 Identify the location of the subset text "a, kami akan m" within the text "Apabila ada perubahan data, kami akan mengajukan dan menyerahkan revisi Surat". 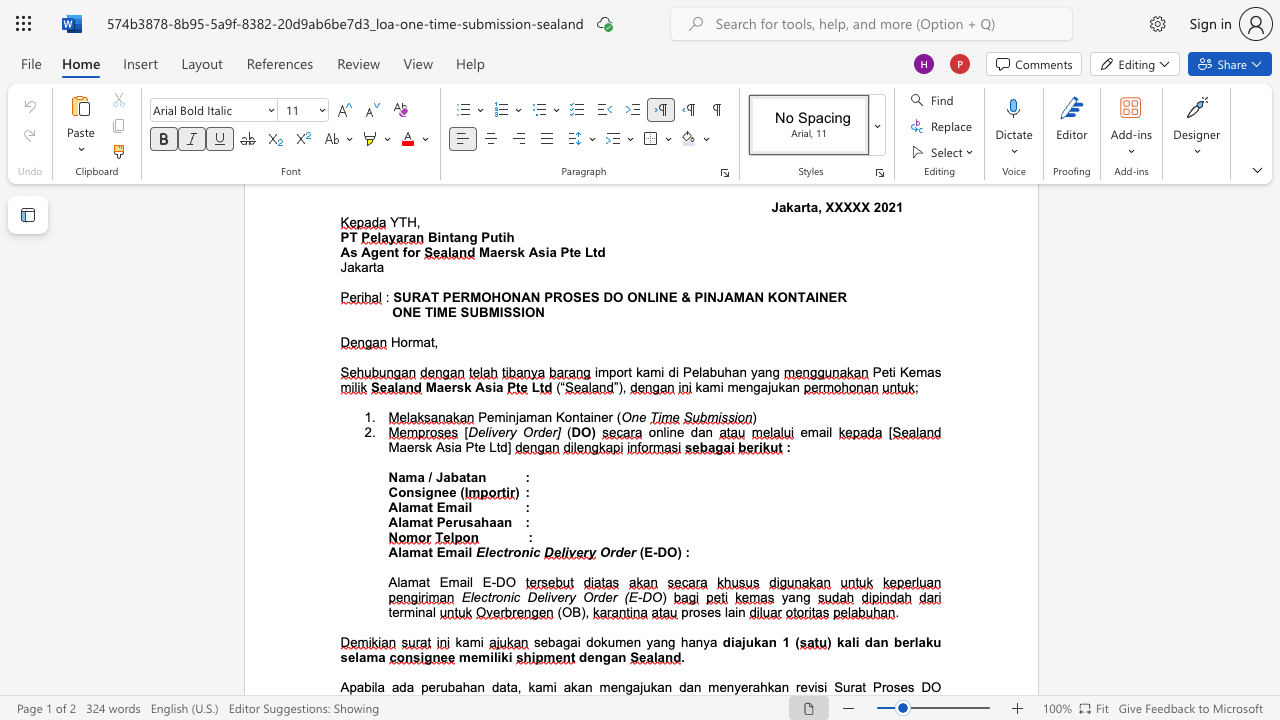
(510, 686).